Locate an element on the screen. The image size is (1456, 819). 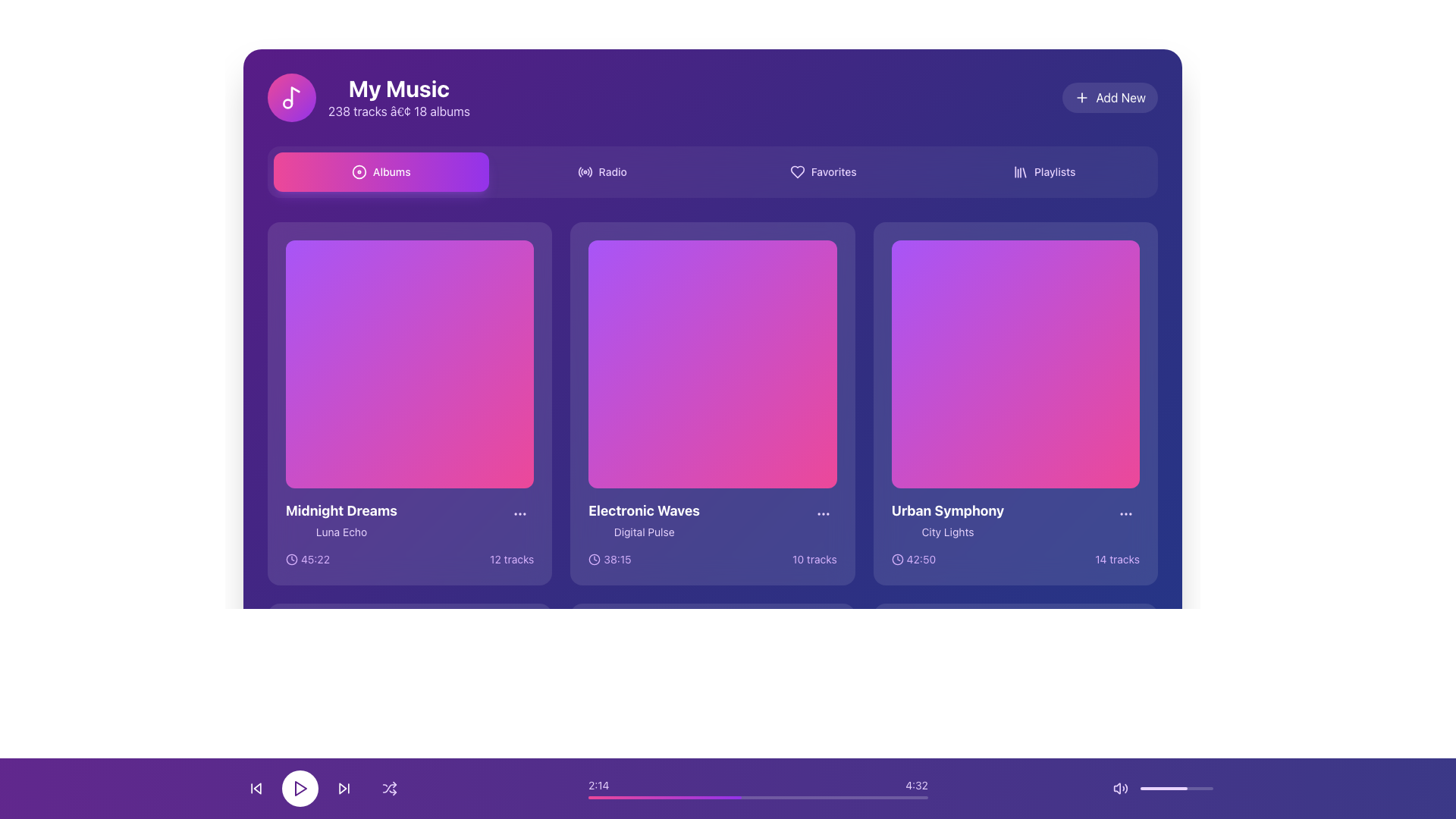
the volume is located at coordinates (1172, 788).